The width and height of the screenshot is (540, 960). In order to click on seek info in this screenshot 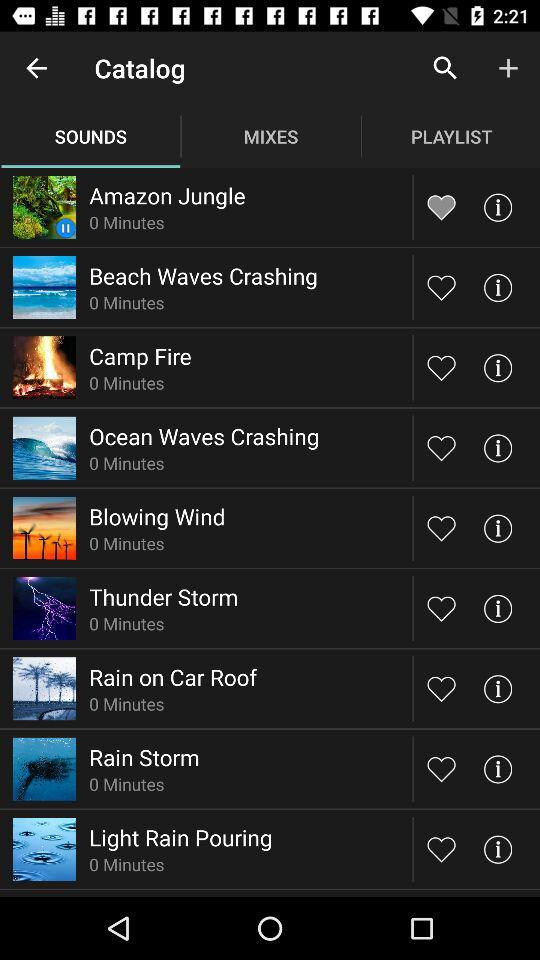, I will do `click(496, 848)`.